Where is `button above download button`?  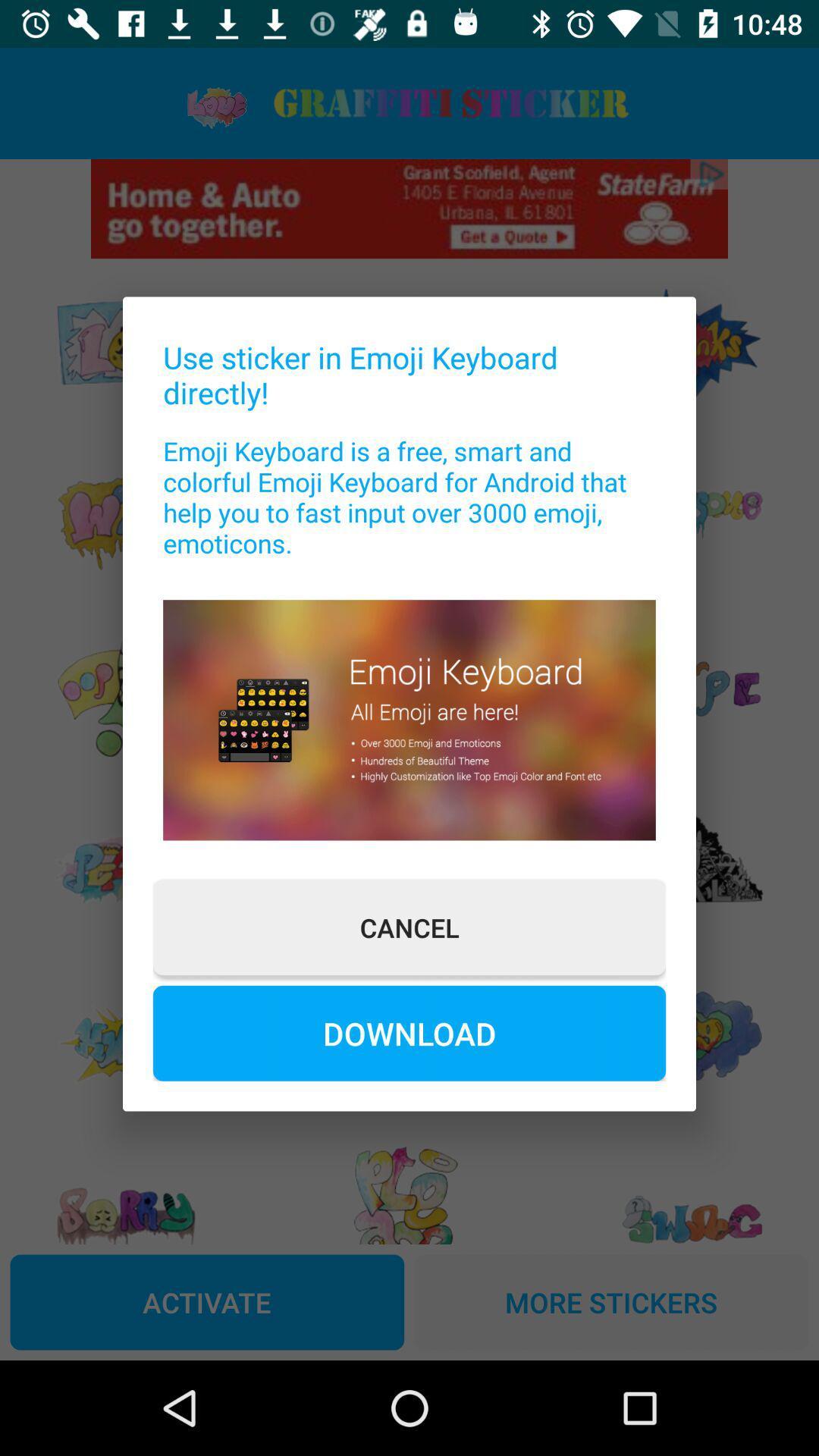 button above download button is located at coordinates (409, 927).